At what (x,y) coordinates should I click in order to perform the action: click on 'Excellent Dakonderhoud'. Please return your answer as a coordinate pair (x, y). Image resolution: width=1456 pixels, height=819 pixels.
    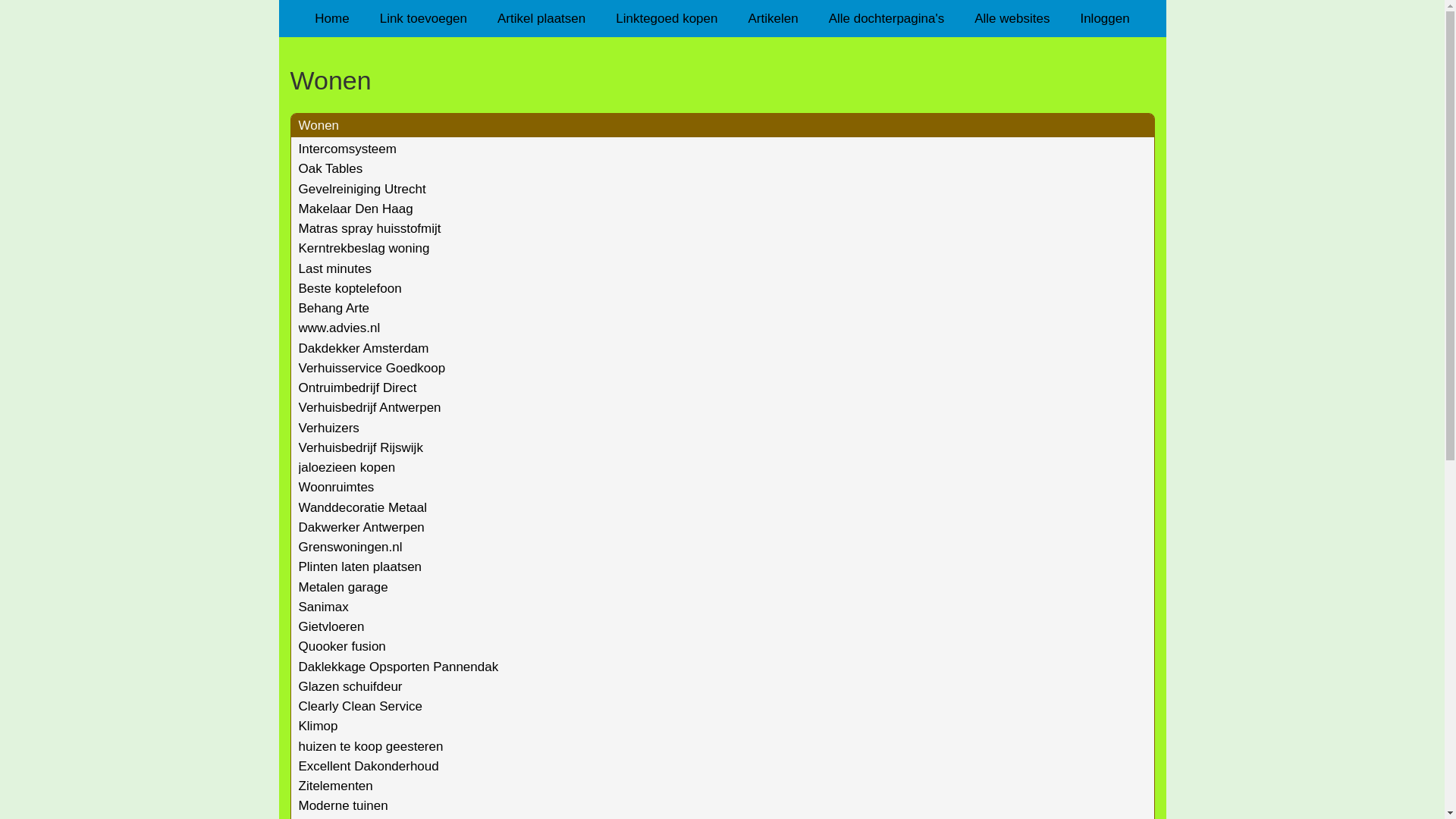
    Looking at the image, I should click on (369, 766).